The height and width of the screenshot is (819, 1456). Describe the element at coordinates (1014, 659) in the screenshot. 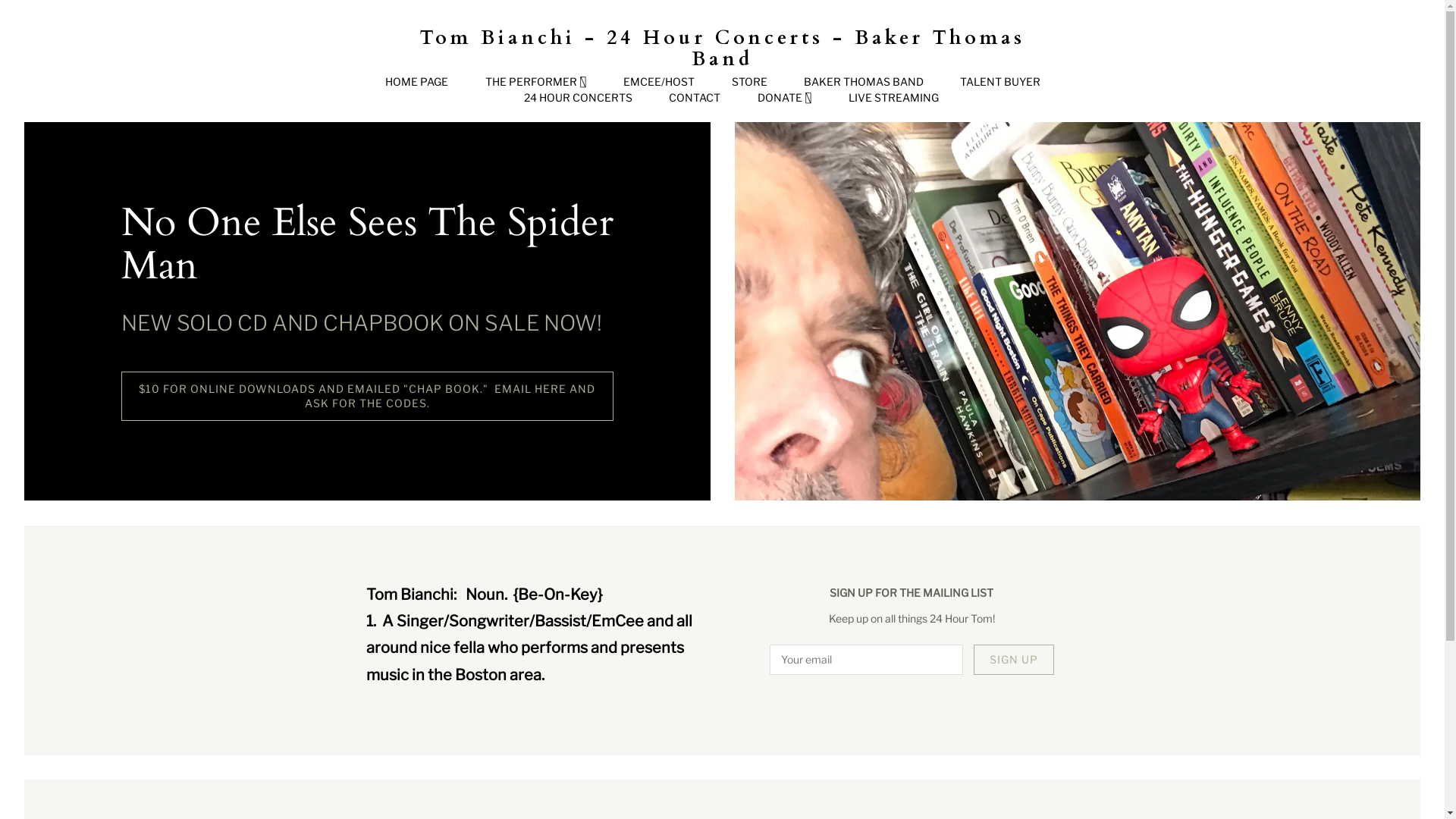

I see `'SIGN UP'` at that location.